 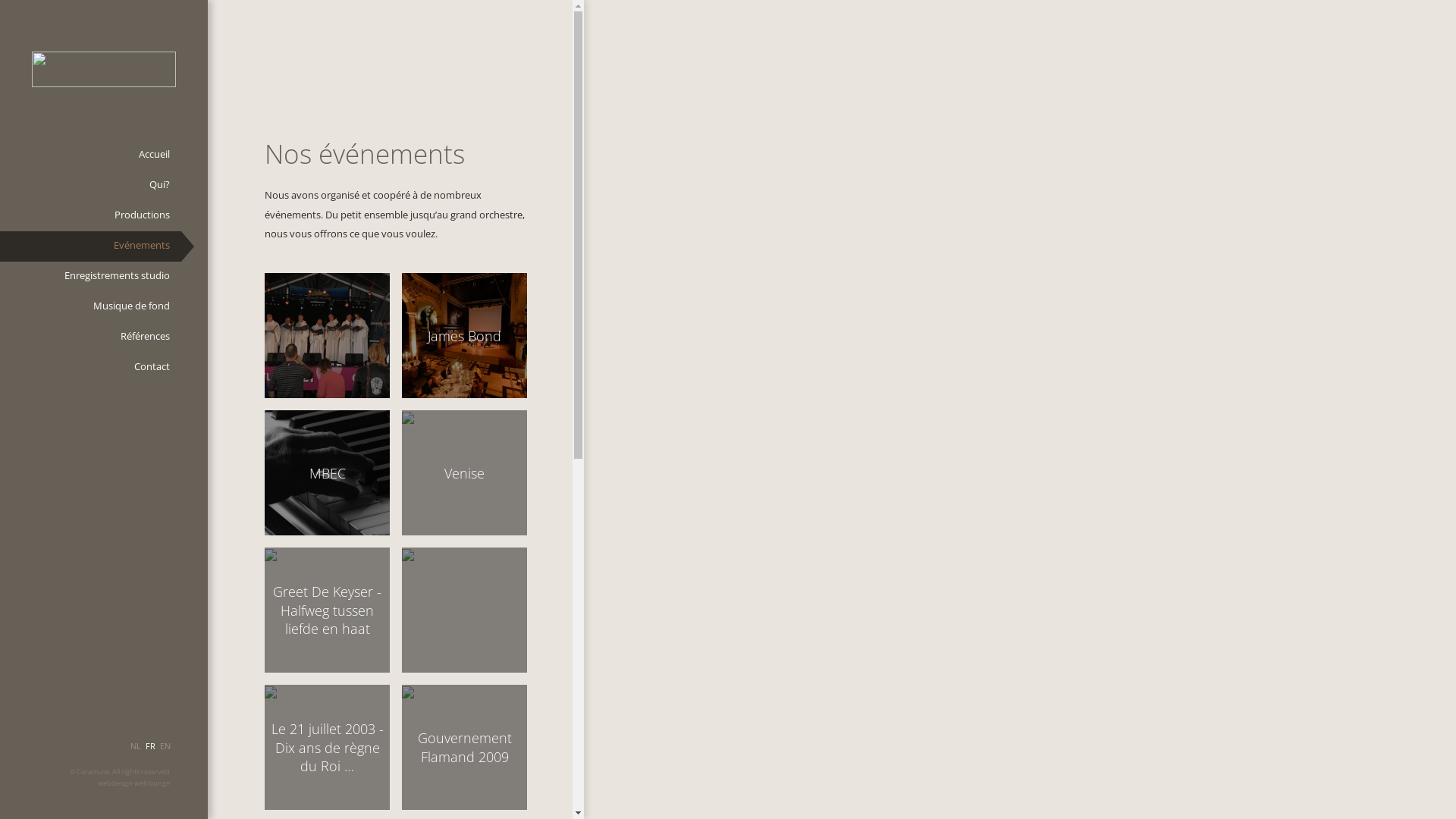 What do you see at coordinates (133, 783) in the screenshot?
I see `'webdesign weblounge'` at bounding box center [133, 783].